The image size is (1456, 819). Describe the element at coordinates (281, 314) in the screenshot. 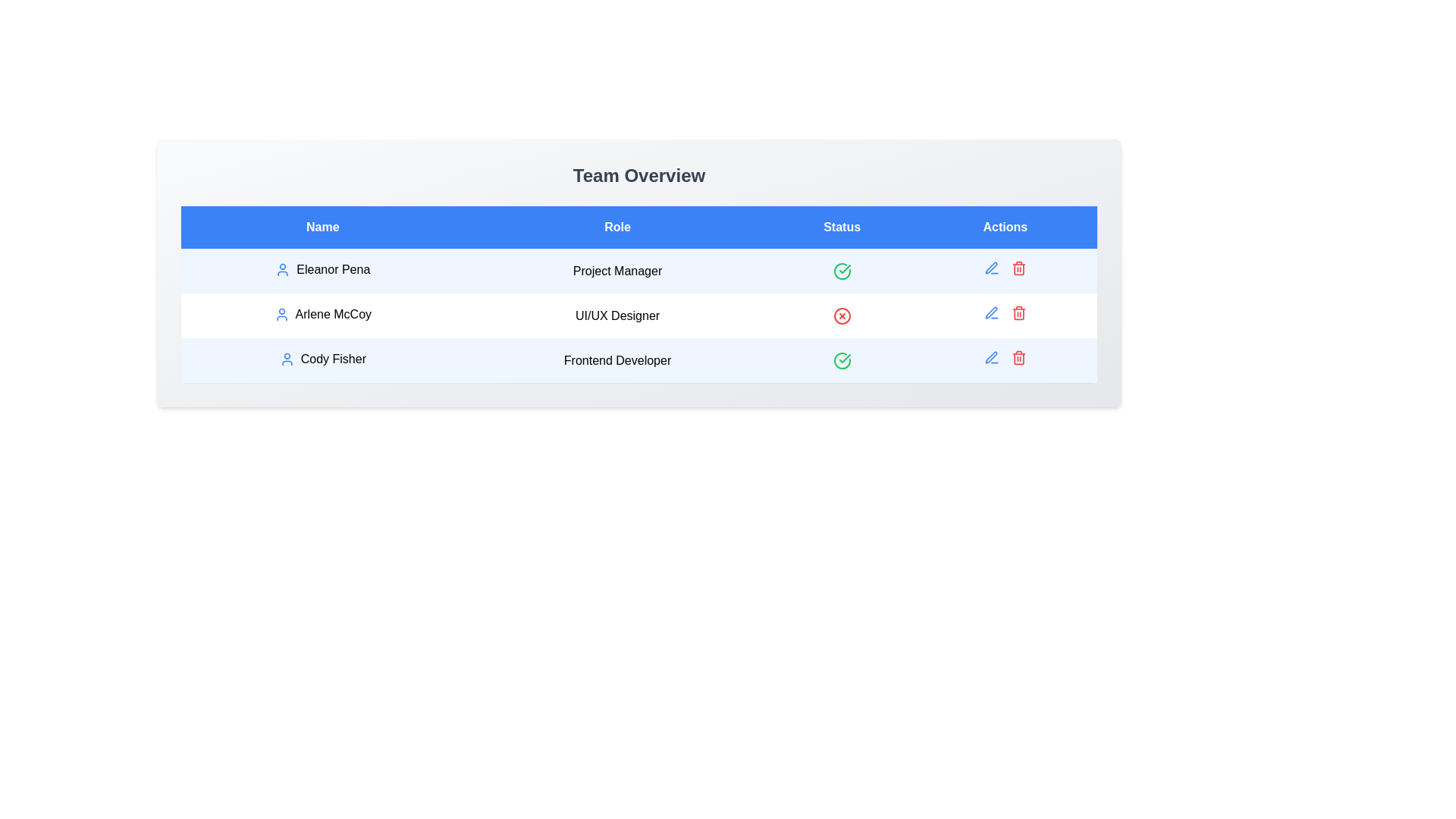

I see `the Profile icon located to the left of 'Arlene McCoy' in the second row of the table, which visually indicates the user's identity` at that location.